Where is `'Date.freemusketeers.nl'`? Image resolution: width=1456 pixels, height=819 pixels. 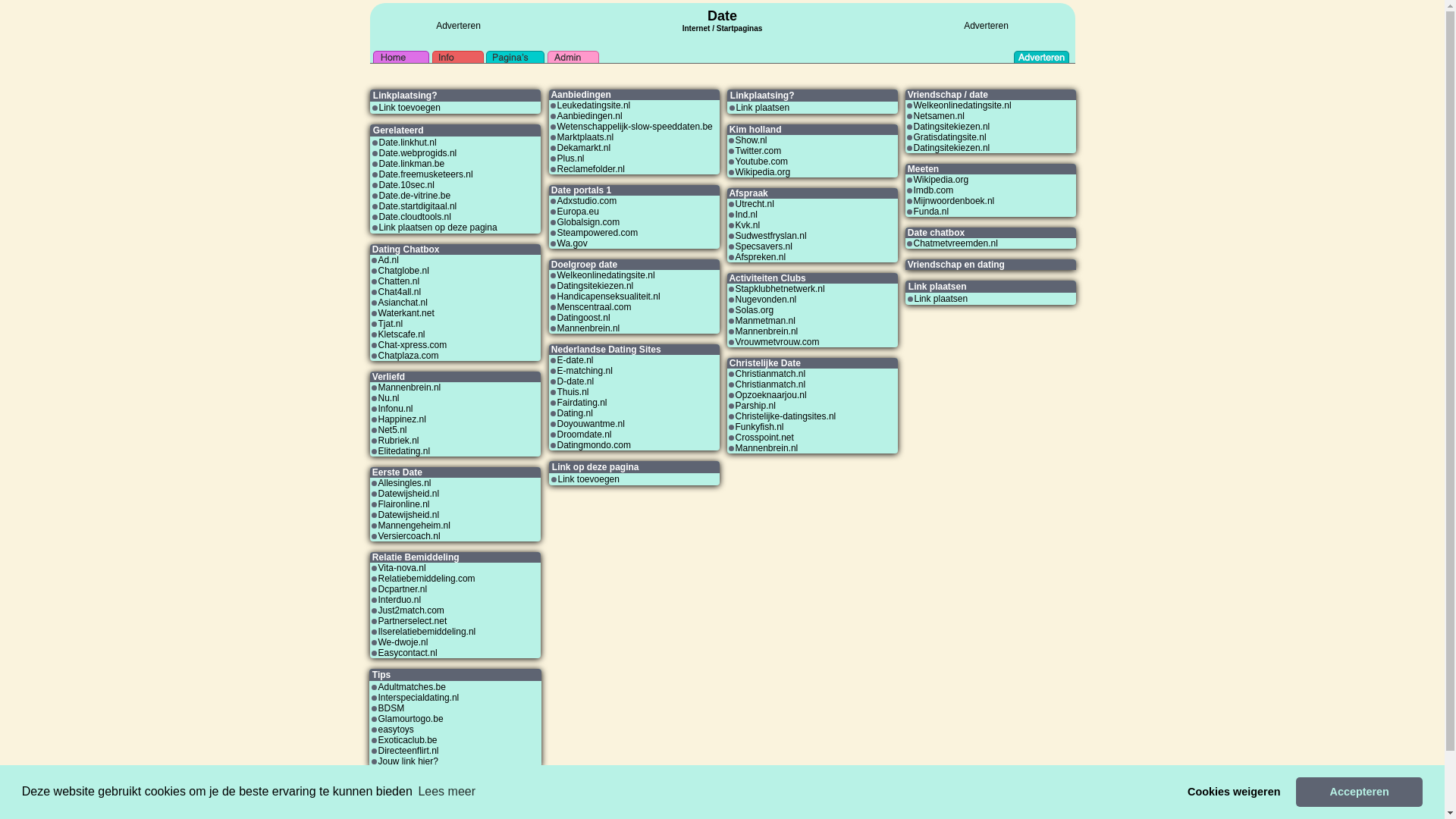
'Date.freemusketeers.nl' is located at coordinates (425, 174).